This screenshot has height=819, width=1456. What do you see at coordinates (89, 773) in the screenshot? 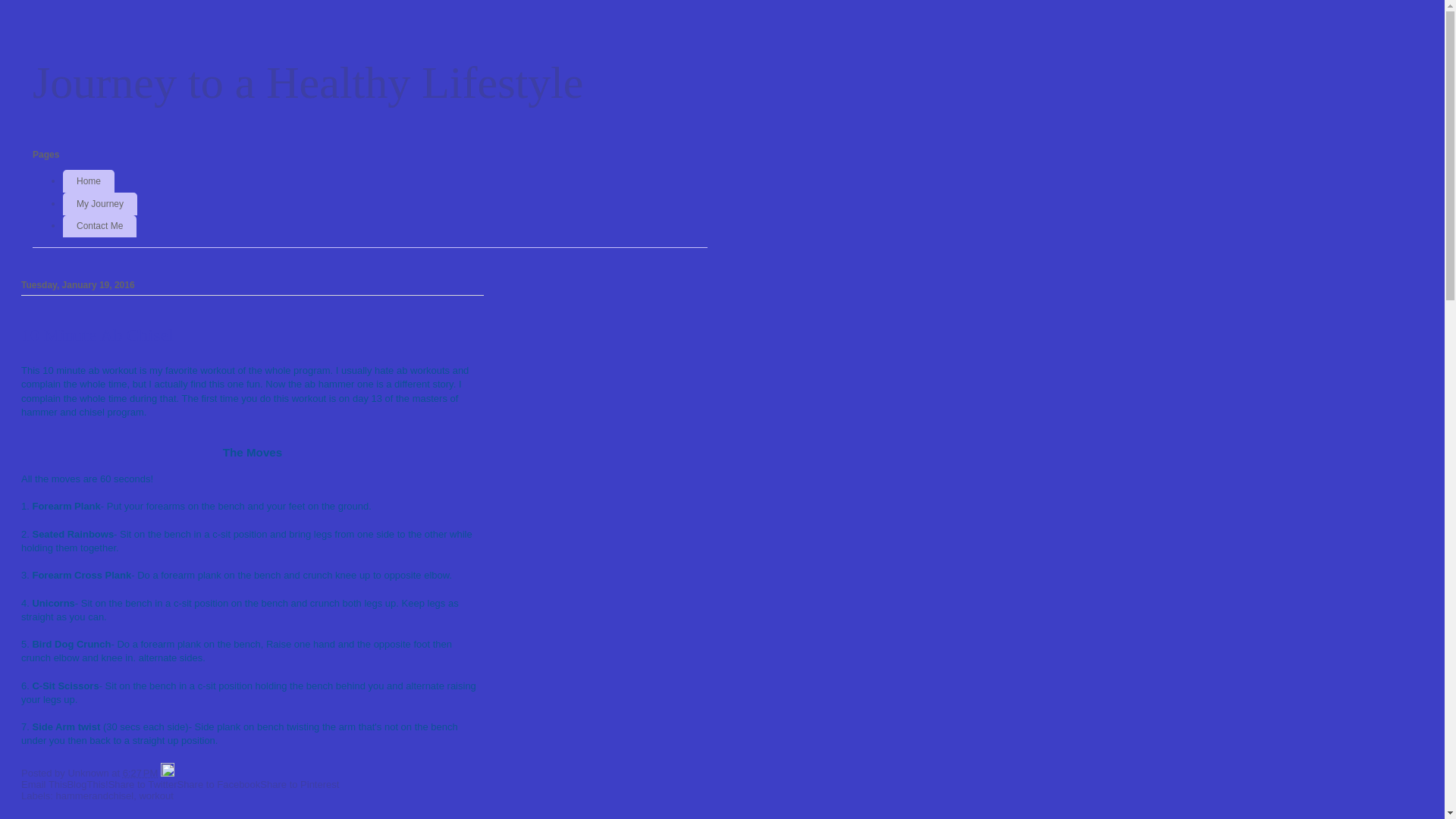
I see `'Unknown'` at bounding box center [89, 773].